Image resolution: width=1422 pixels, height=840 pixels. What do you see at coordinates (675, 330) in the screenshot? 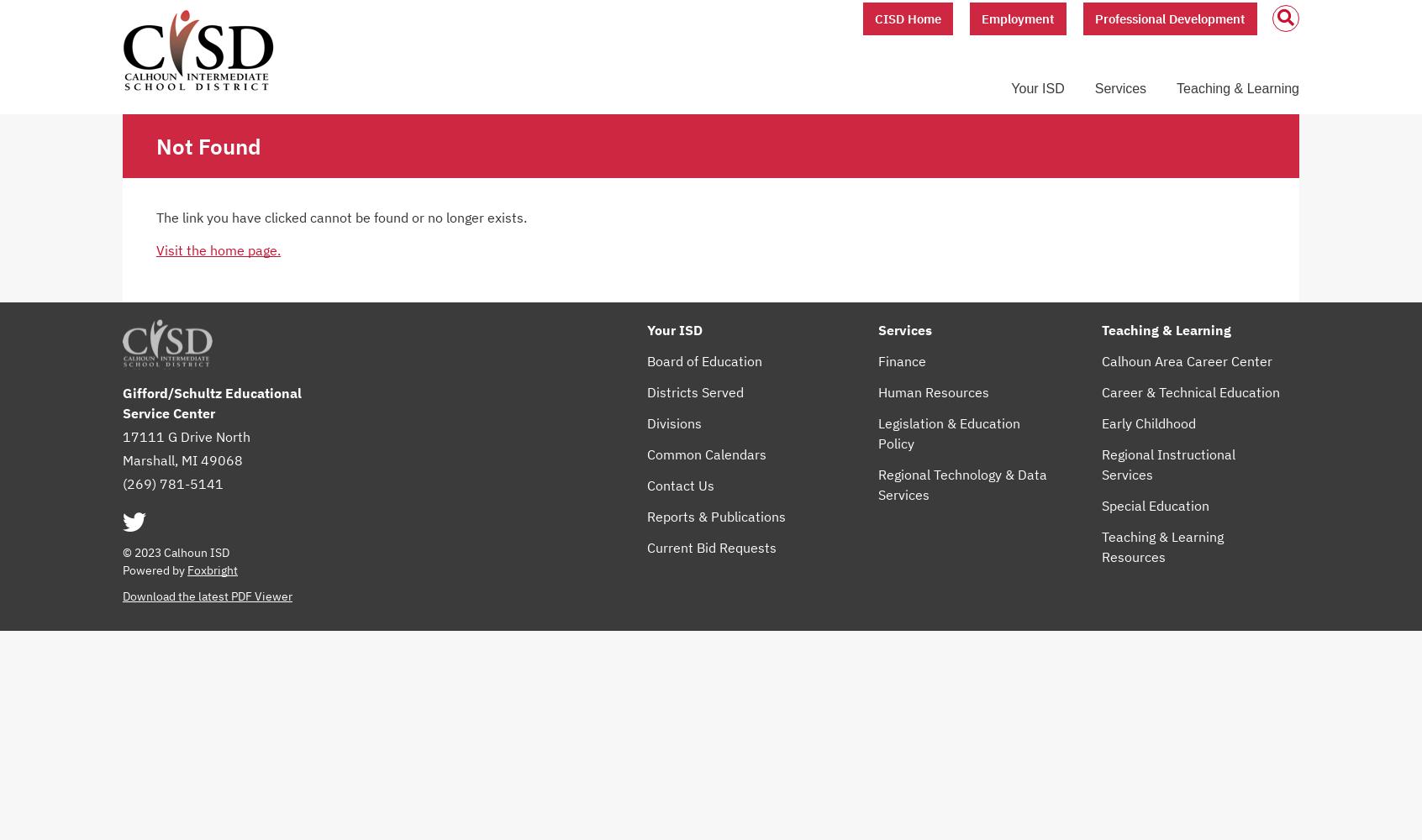
I see `'Your ISD'` at bounding box center [675, 330].